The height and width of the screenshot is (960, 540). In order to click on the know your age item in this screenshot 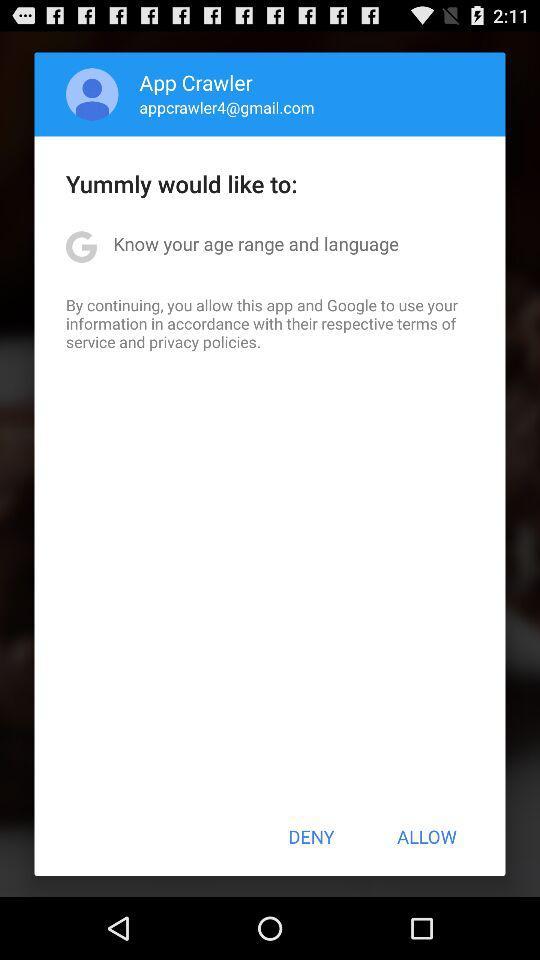, I will do `click(256, 242)`.